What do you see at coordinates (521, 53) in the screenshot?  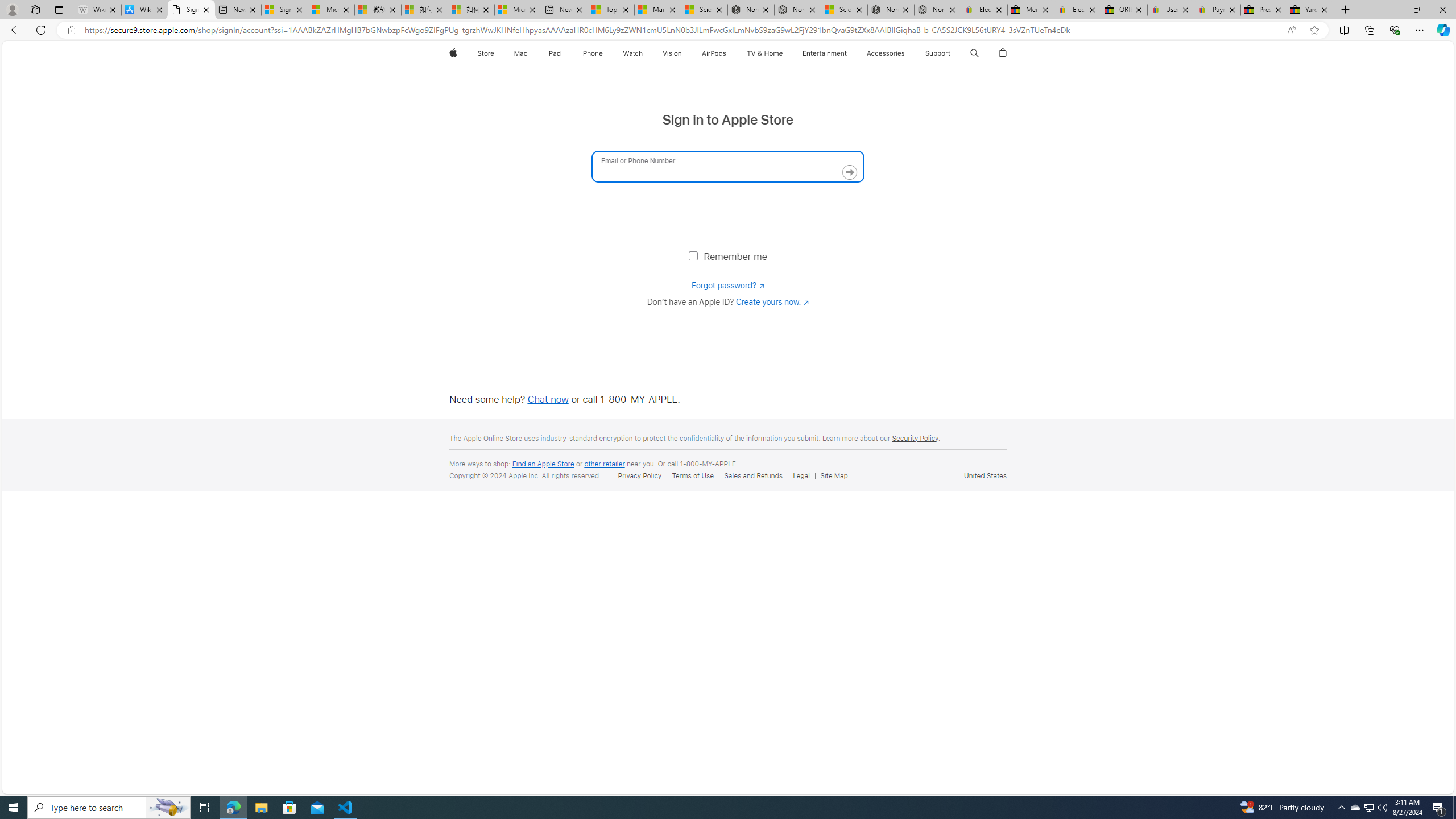 I see `'Mac'` at bounding box center [521, 53].